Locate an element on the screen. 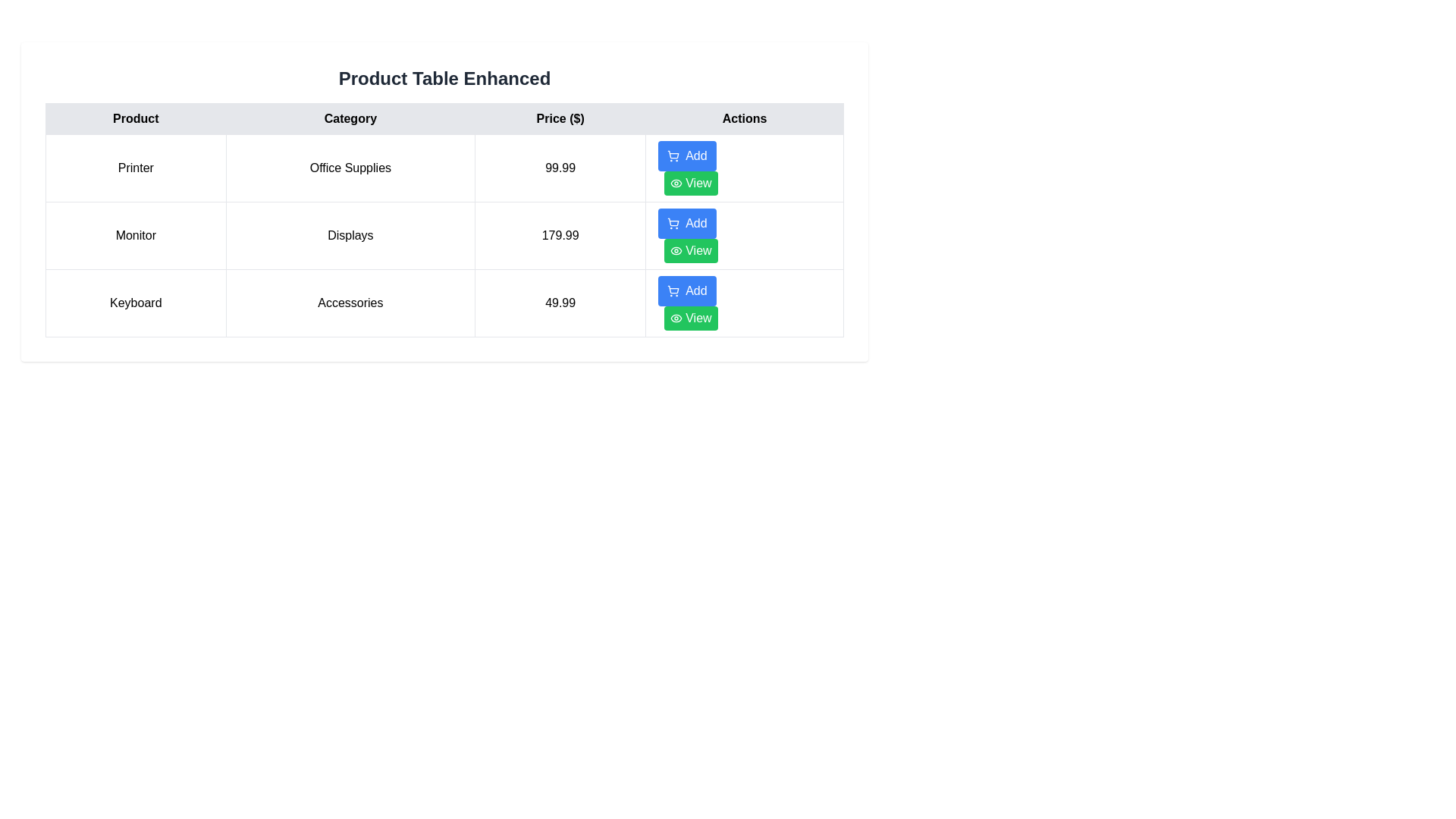  the 'View' button with the SVG icon is located at coordinates (676, 183).